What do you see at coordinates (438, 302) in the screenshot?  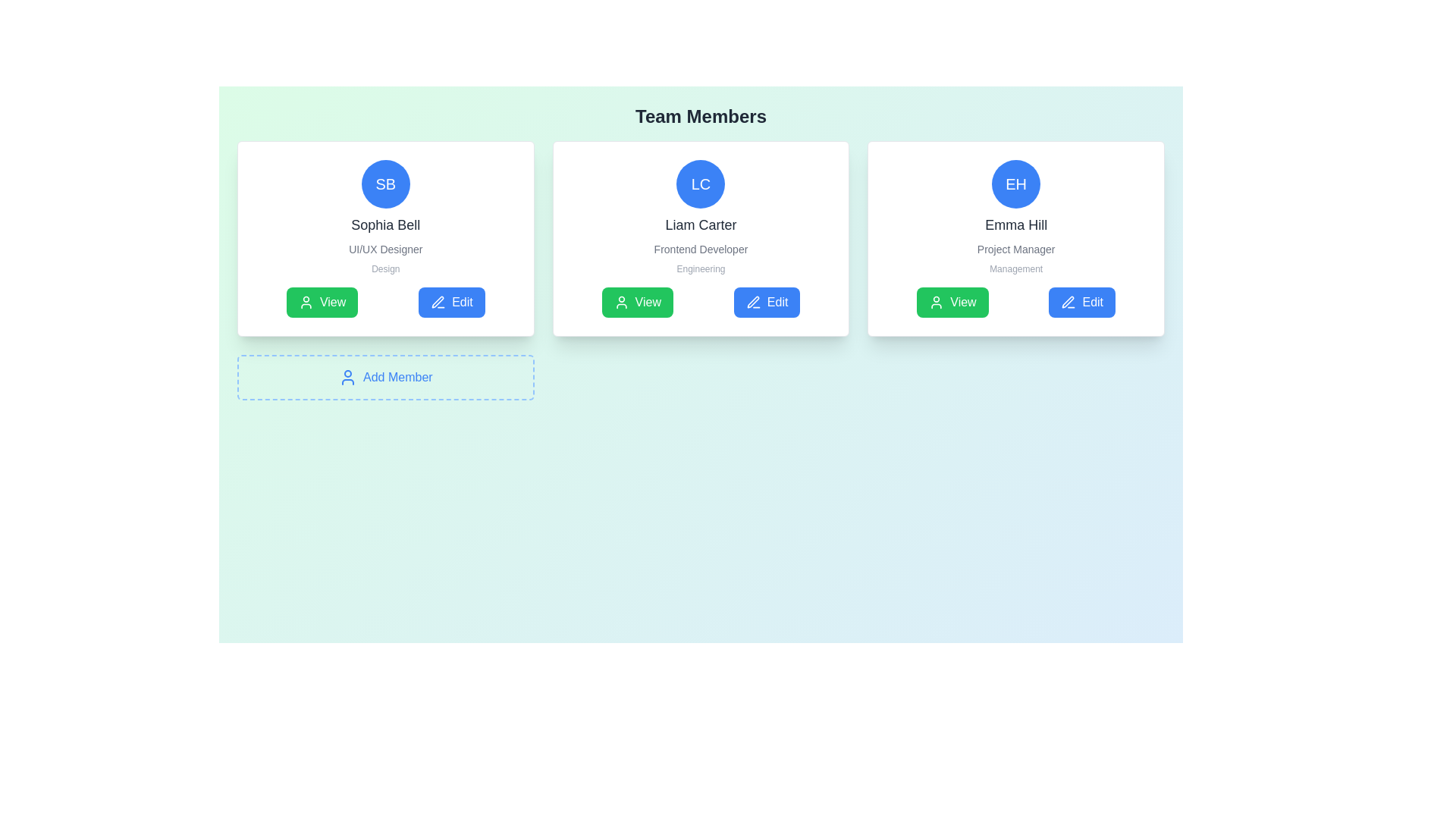 I see `the edit icon associated with the 'Sophia Bell' card in the 'Team Members' section` at bounding box center [438, 302].